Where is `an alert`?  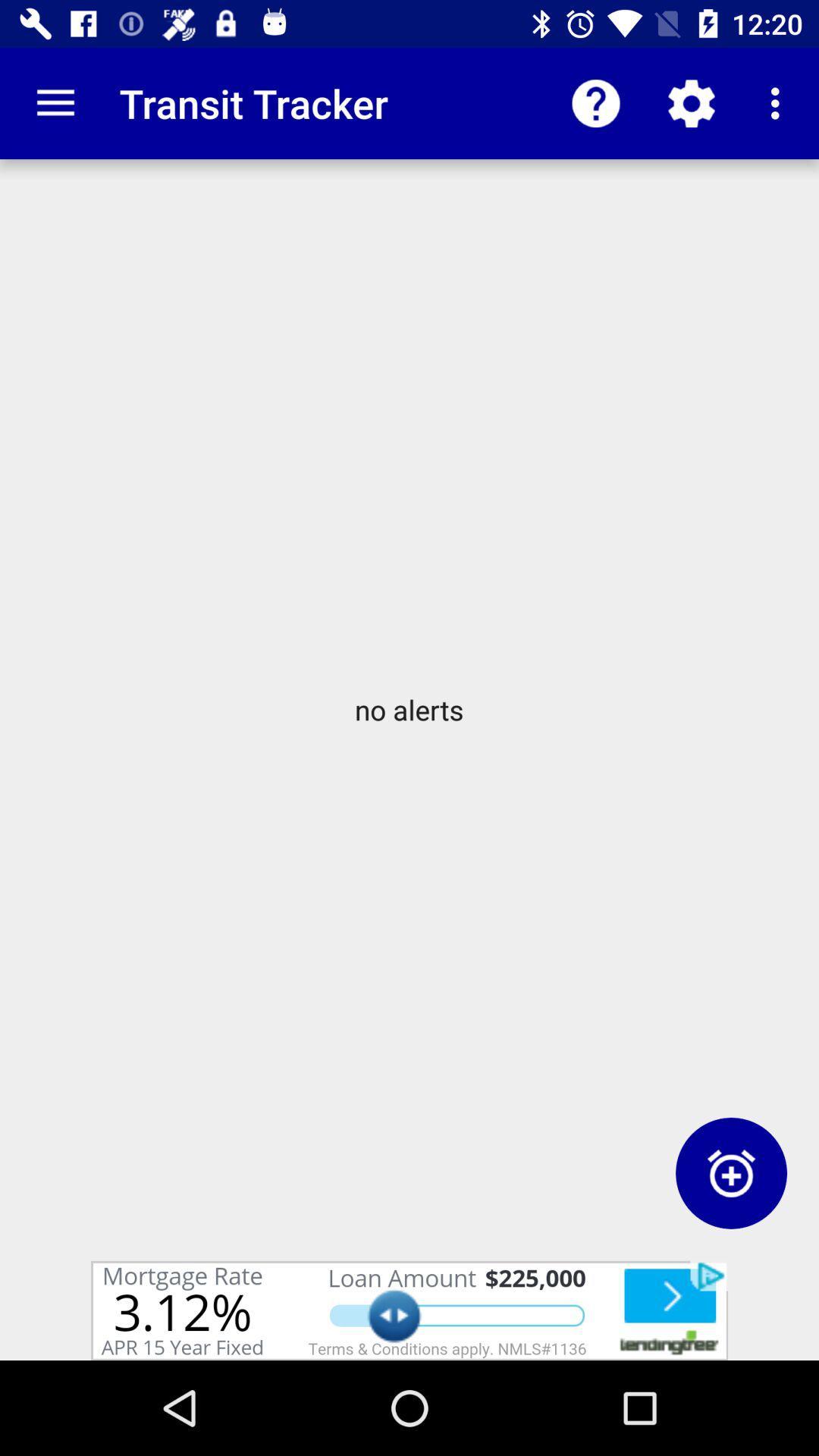
an alert is located at coordinates (730, 1172).